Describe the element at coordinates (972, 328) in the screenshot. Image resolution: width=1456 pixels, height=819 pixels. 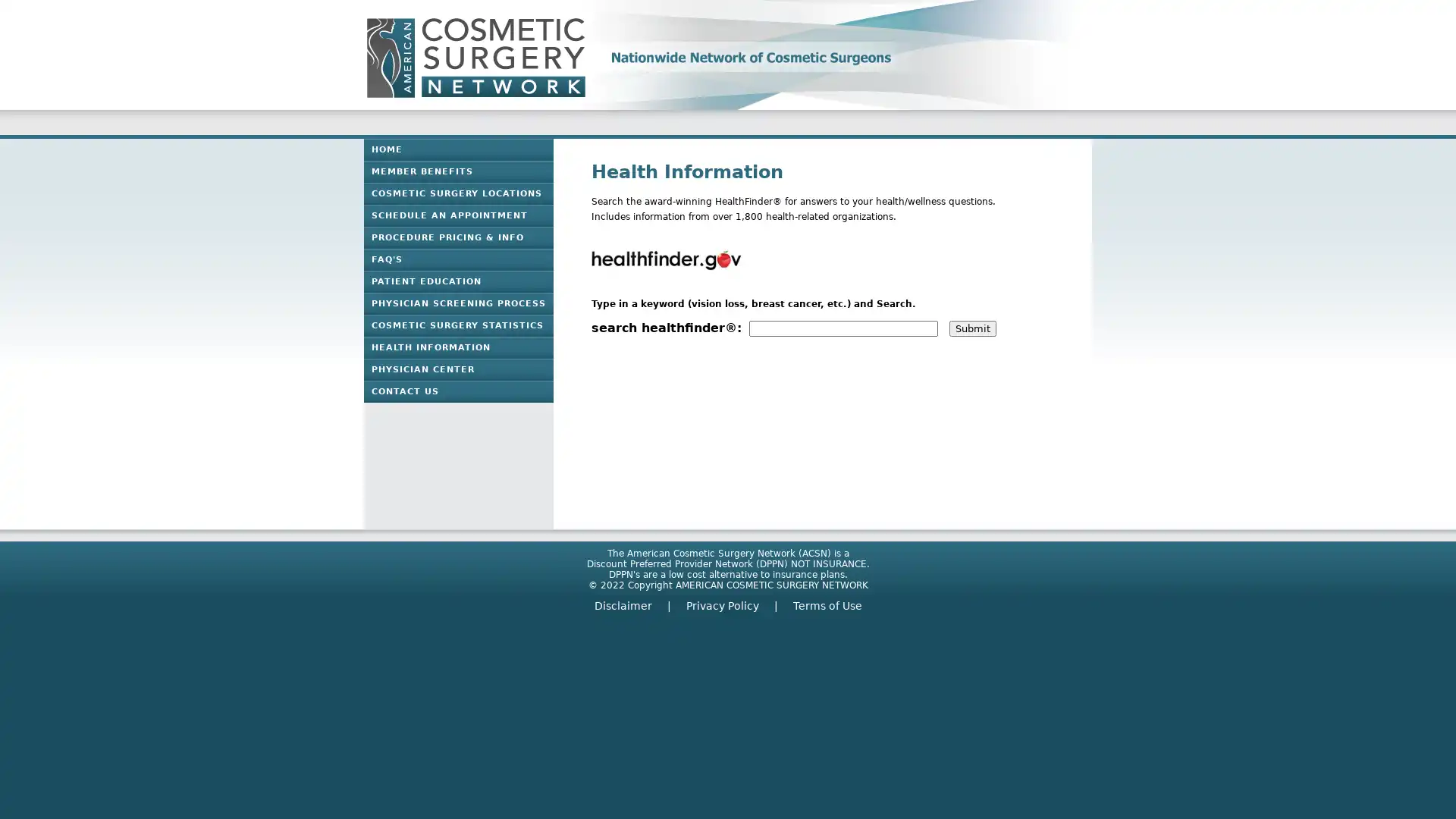
I see `Submit` at that location.